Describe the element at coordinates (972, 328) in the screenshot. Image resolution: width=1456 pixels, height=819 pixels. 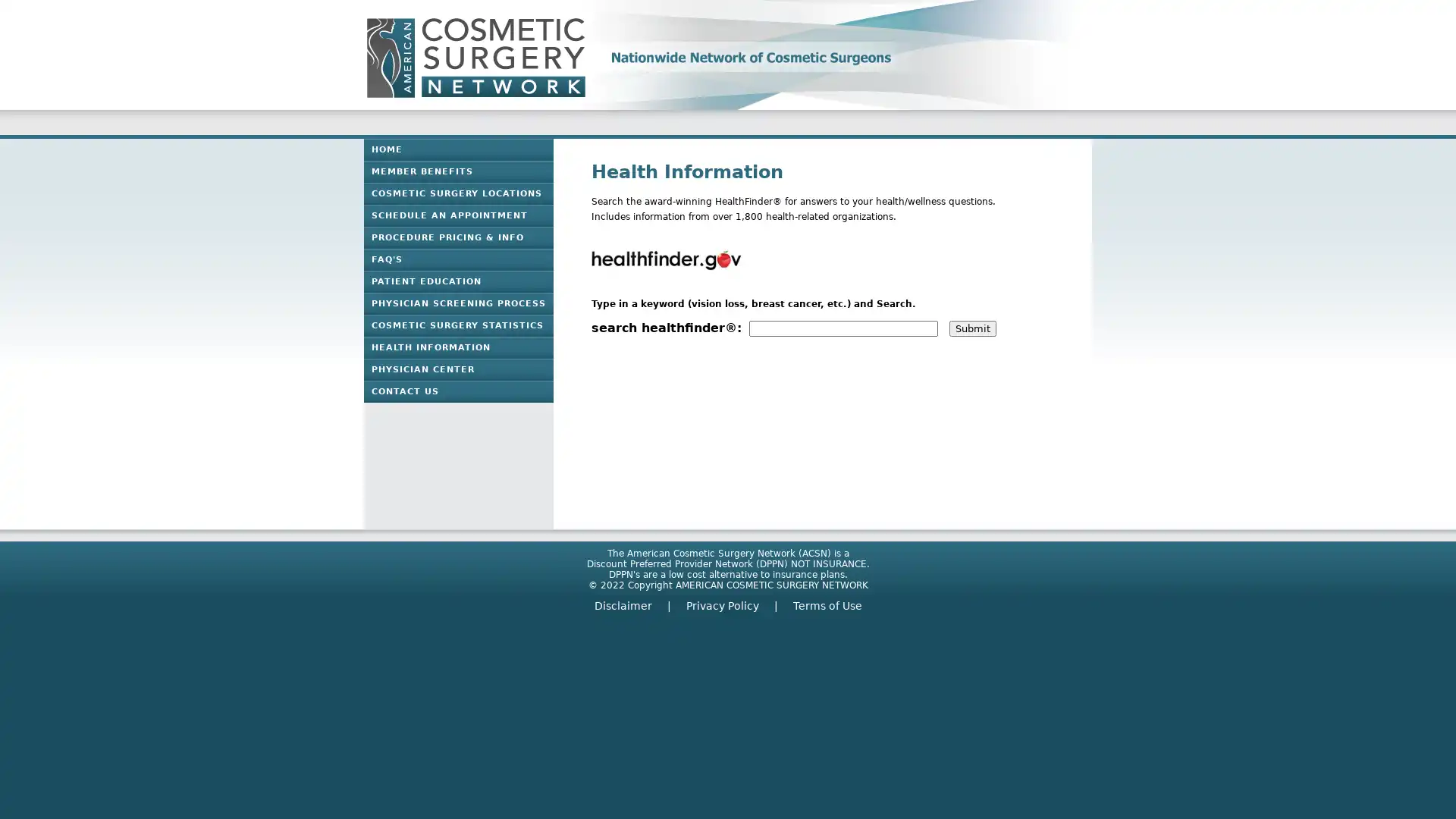
I see `Submit` at that location.